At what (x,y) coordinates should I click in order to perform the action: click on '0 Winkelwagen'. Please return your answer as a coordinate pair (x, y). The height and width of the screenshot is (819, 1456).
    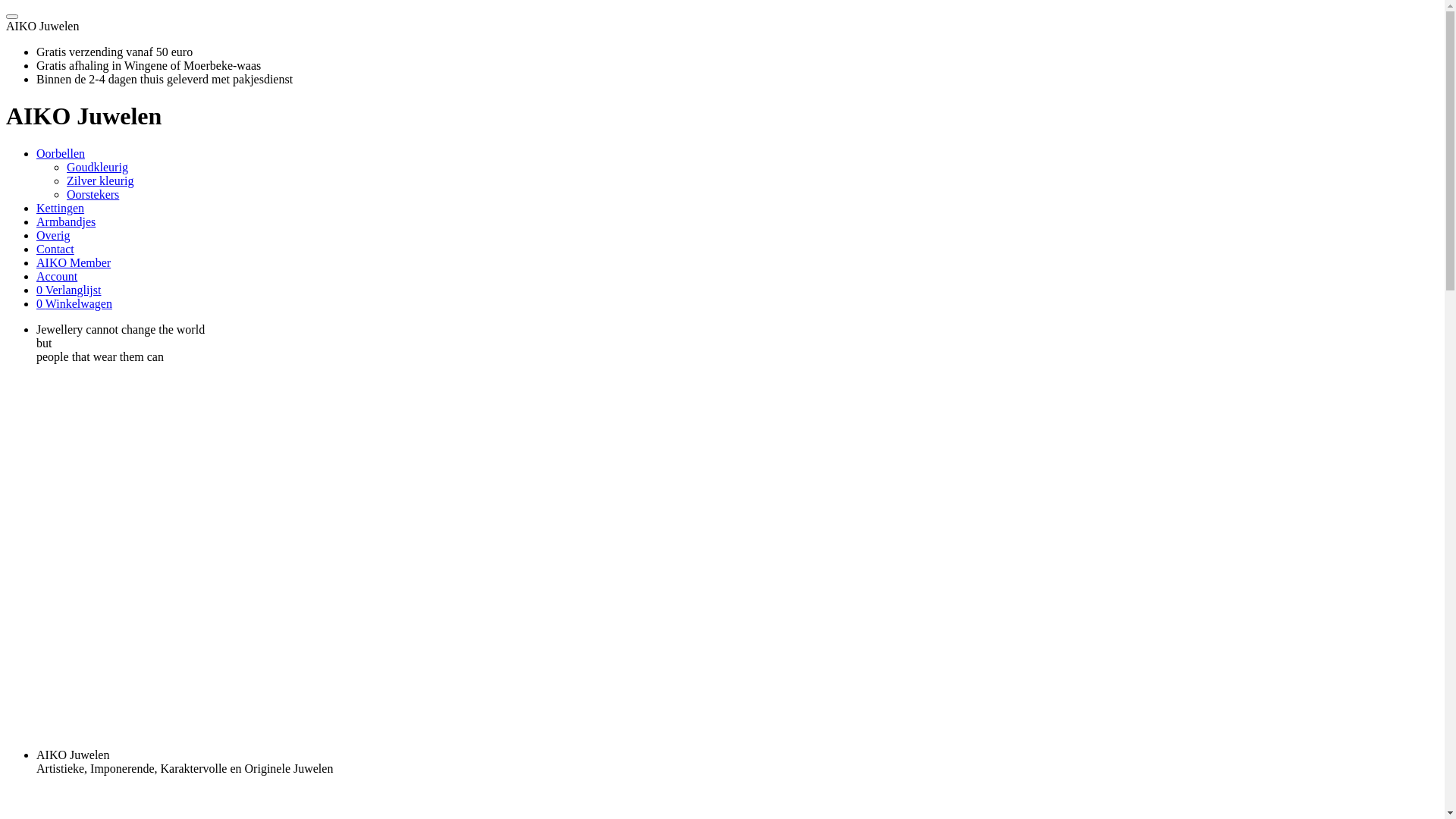
    Looking at the image, I should click on (73, 303).